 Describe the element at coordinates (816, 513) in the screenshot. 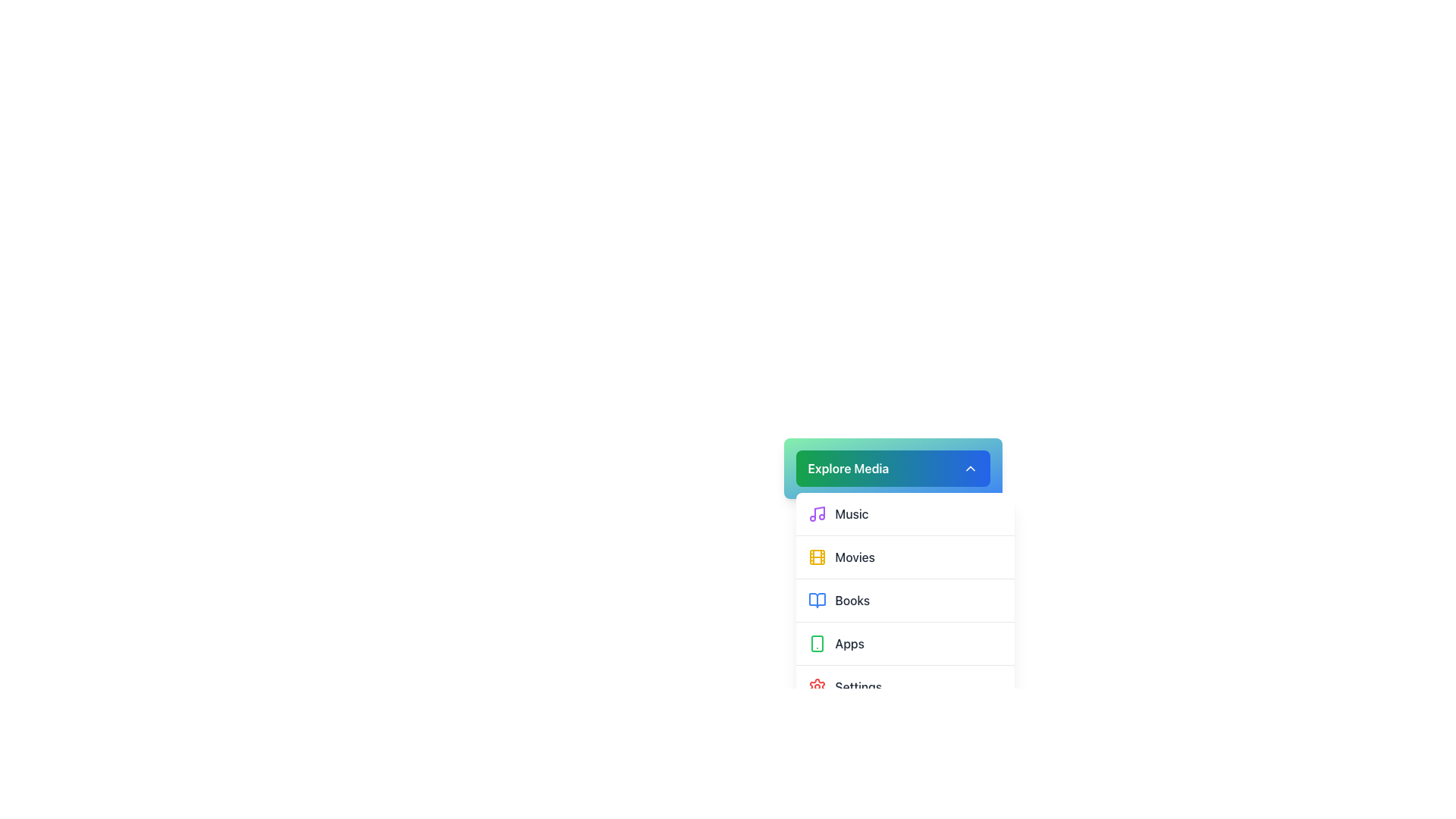

I see `the vibrant purple musical notes icon located next to the 'Music' label in the vertical menu under the 'Explore Media' heading` at that location.